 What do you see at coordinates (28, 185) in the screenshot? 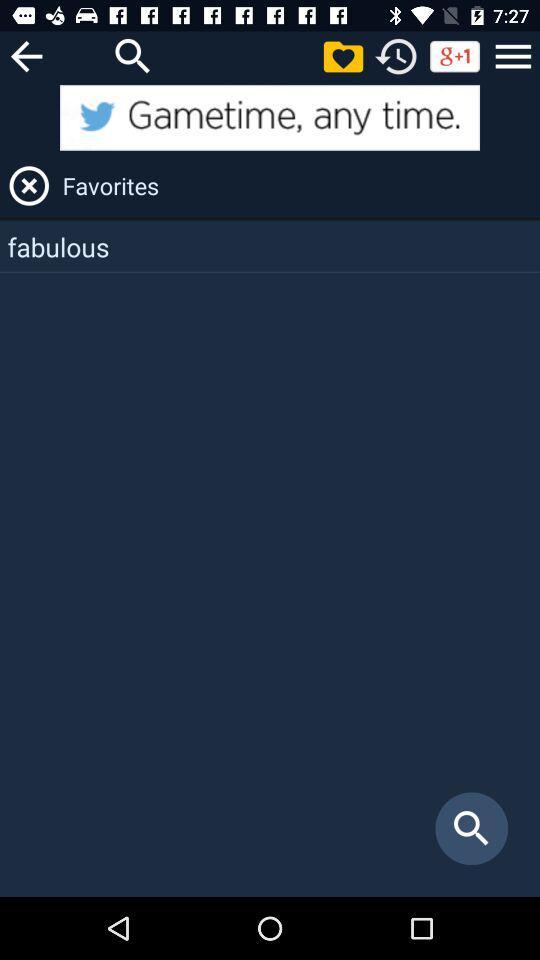
I see `favourites` at bounding box center [28, 185].